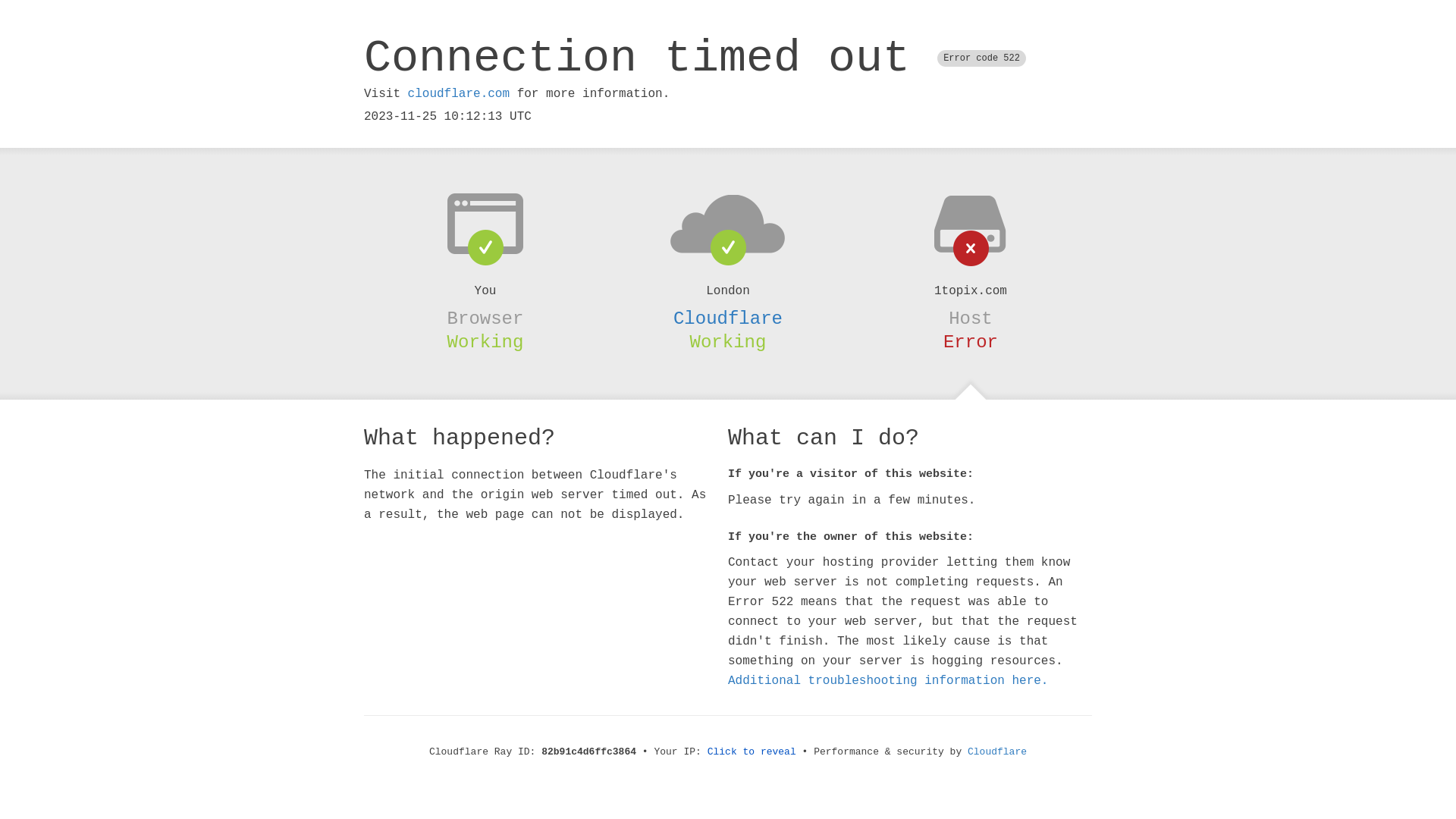 Image resolution: width=1456 pixels, height=819 pixels. I want to click on 'Cloudflare', so click(728, 318).